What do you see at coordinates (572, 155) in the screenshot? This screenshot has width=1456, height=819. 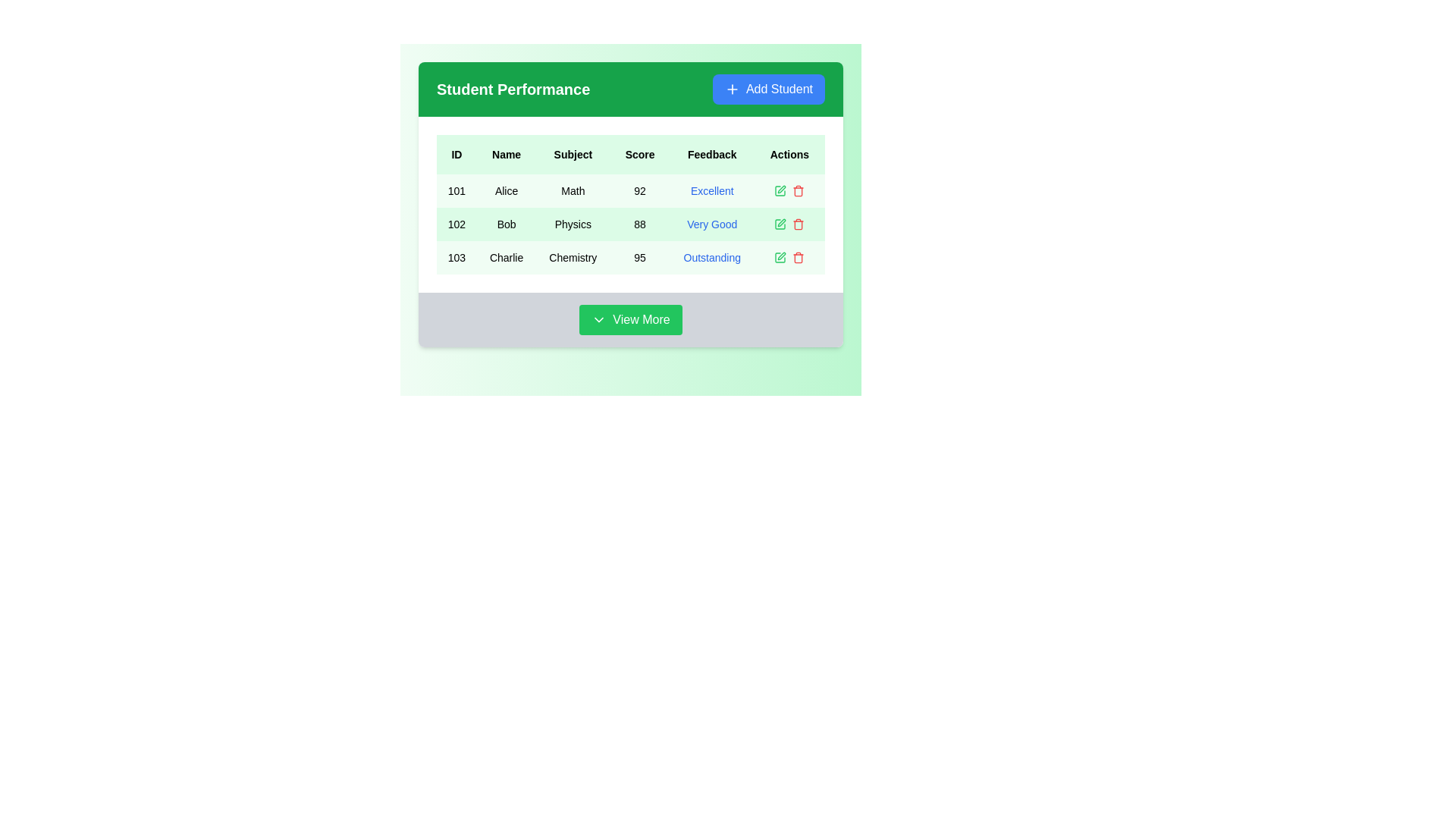 I see `the static text label displaying 'Subject' in bold, black font, which is the third header in the table, located between 'Name' and 'Score'` at bounding box center [572, 155].